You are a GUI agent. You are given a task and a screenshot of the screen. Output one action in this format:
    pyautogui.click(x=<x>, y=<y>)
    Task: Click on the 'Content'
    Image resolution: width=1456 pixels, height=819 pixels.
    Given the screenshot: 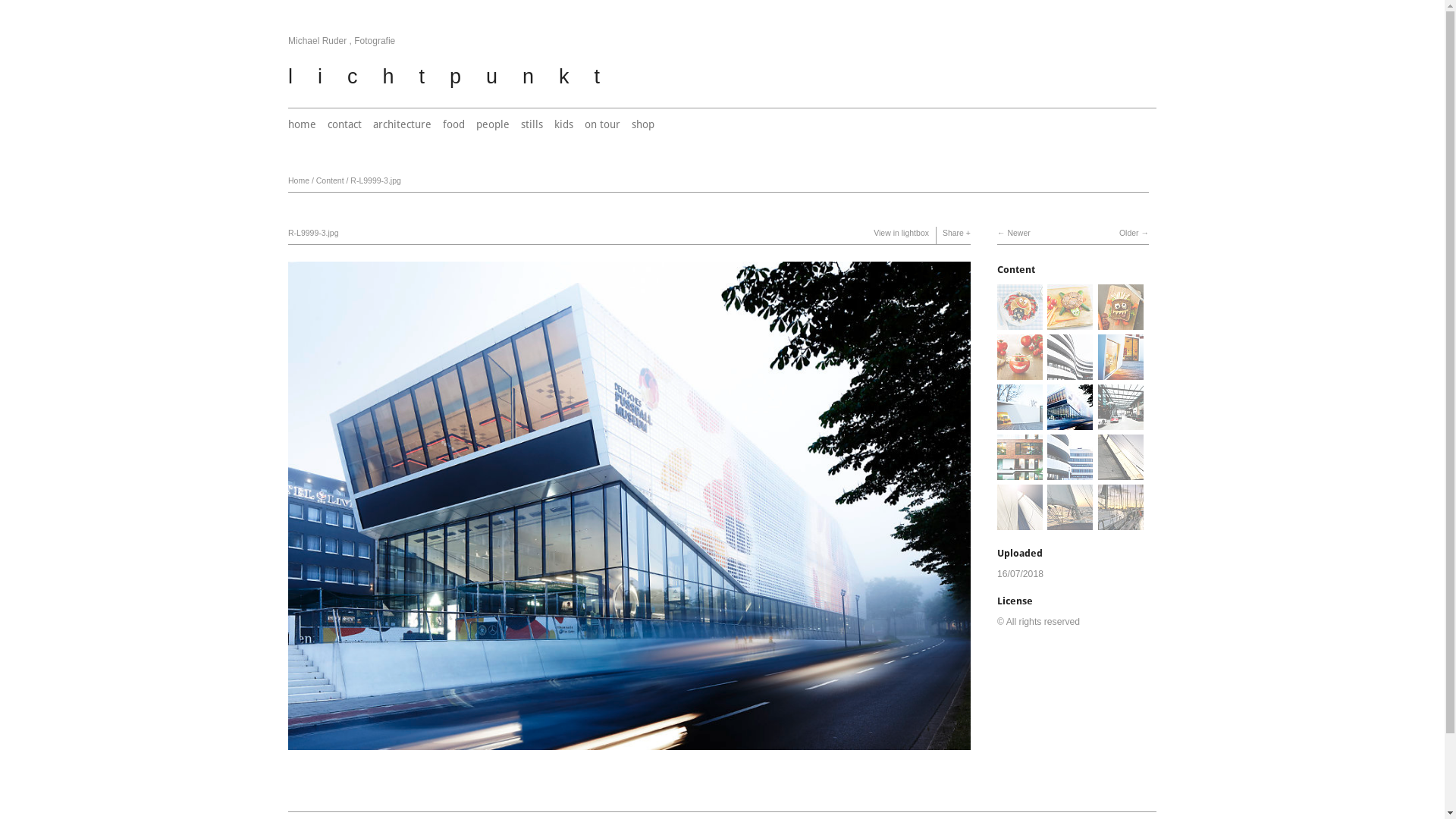 What is the action you would take?
    pyautogui.click(x=329, y=180)
    